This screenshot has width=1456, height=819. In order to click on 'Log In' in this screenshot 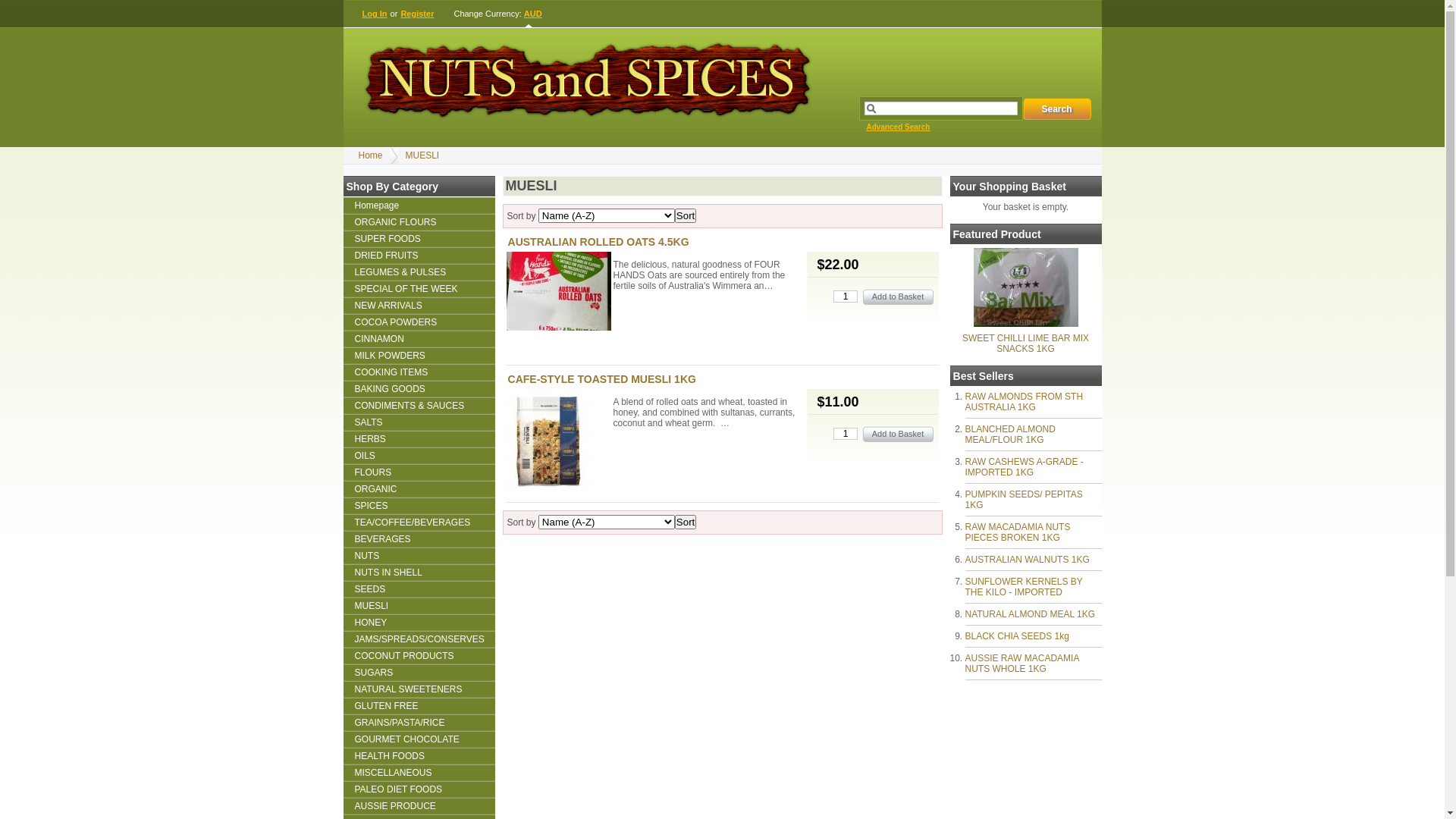, I will do `click(375, 14)`.